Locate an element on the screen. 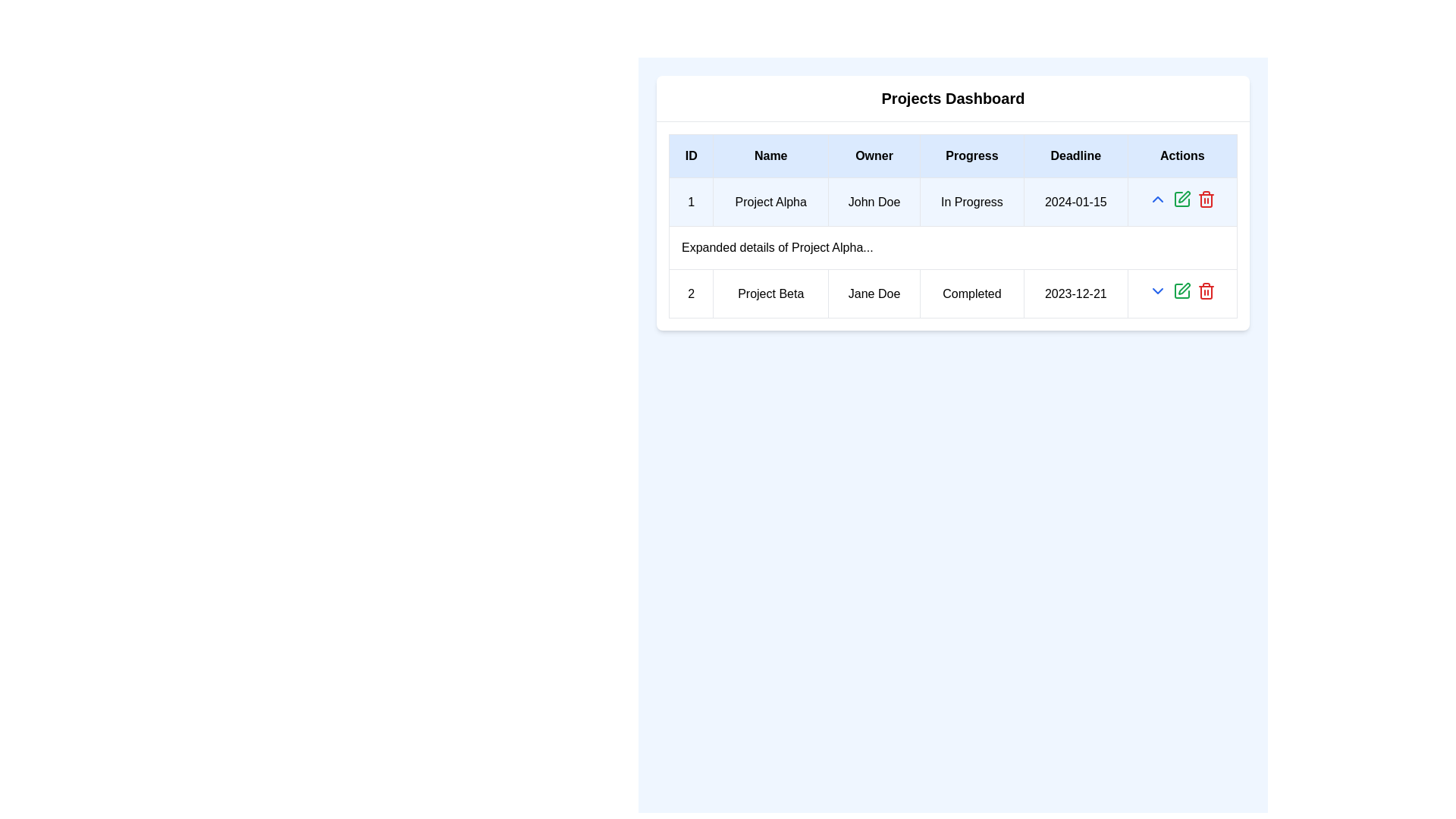 Image resolution: width=1456 pixels, height=819 pixels. the label displaying the project name located in the second row and second column of the table under the 'Name' column is located at coordinates (770, 293).